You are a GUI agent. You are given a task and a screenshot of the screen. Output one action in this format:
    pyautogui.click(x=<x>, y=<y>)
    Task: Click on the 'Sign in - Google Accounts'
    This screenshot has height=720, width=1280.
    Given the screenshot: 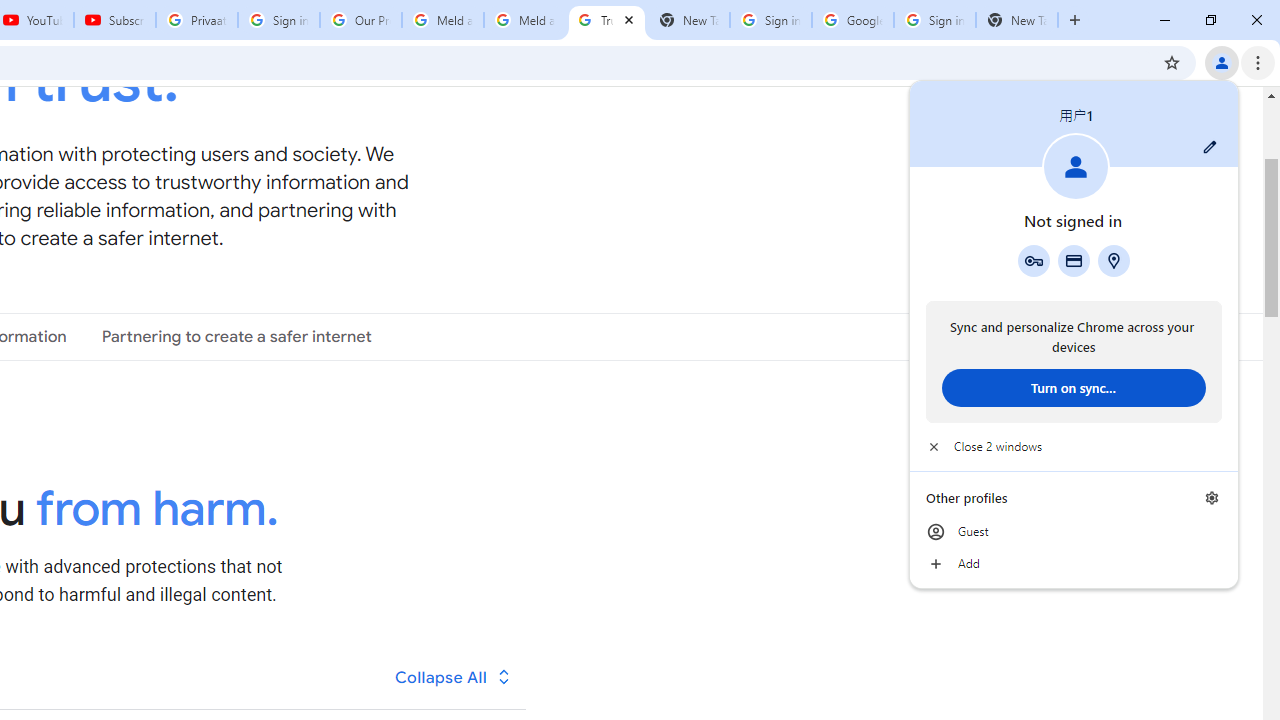 What is the action you would take?
    pyautogui.click(x=934, y=20)
    